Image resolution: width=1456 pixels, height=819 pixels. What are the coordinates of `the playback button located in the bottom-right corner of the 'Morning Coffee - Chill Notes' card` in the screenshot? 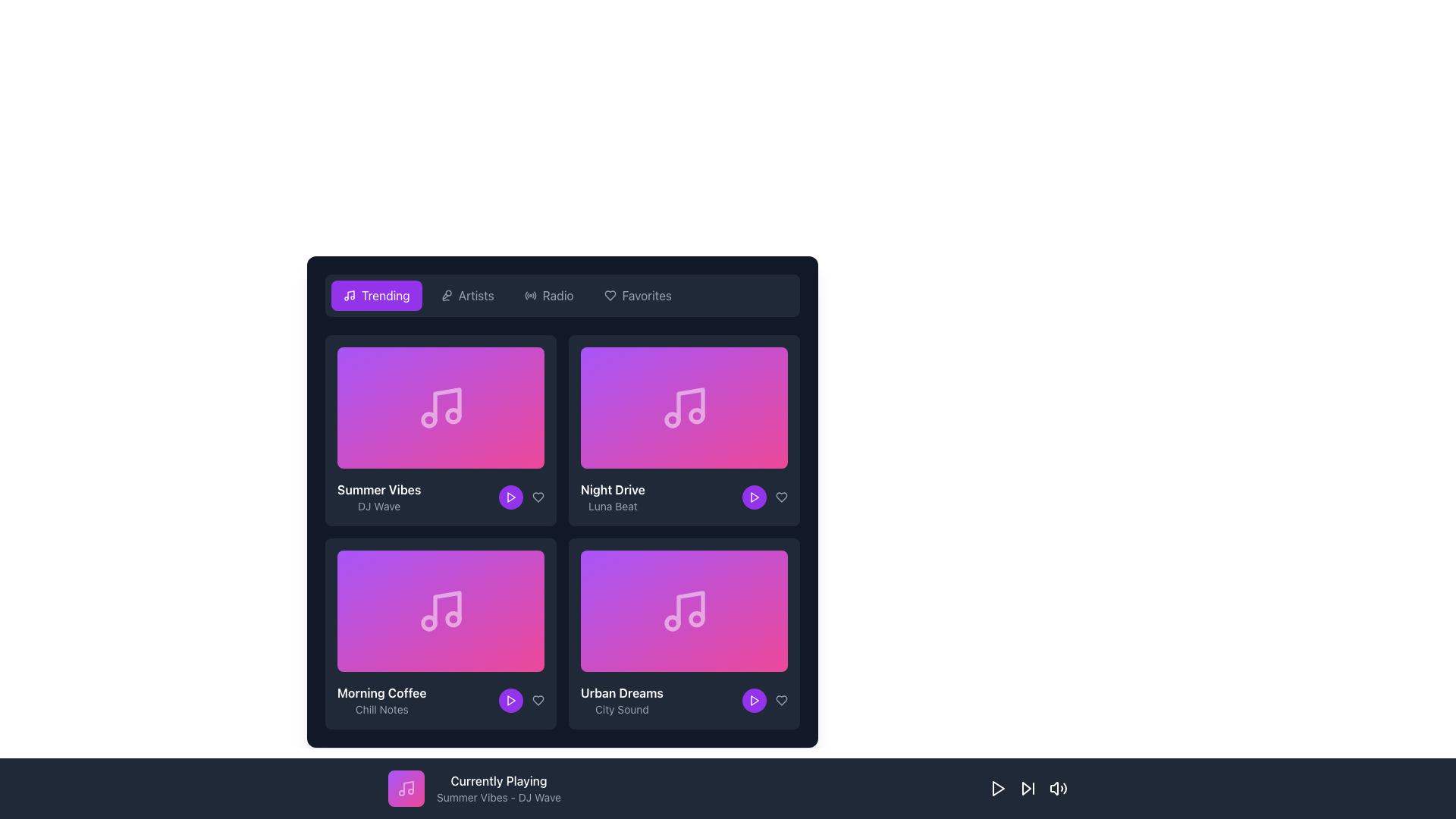 It's located at (510, 701).